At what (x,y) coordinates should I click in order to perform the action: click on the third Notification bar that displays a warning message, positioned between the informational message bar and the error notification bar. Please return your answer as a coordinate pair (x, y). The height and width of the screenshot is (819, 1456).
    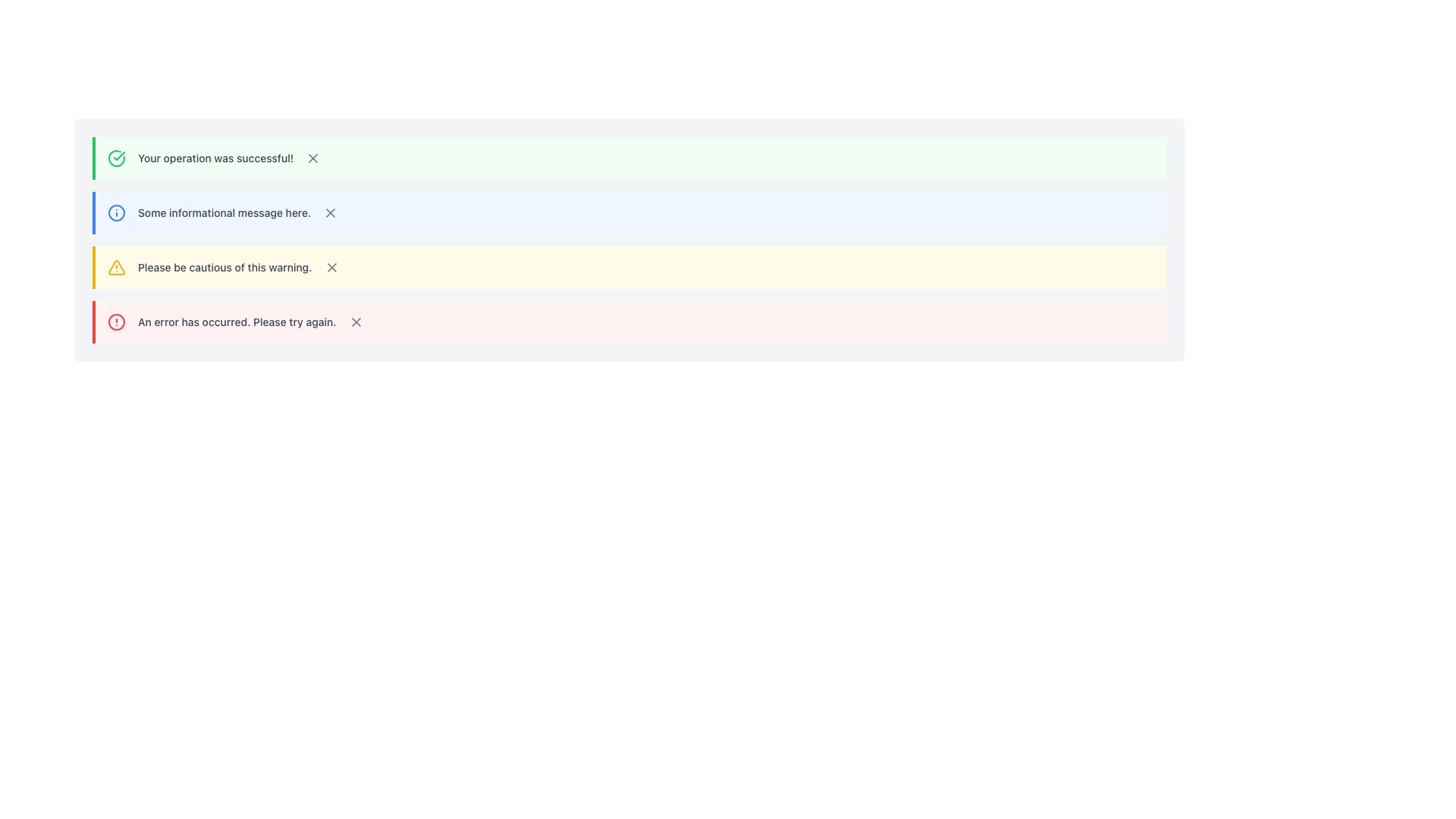
    Looking at the image, I should click on (629, 267).